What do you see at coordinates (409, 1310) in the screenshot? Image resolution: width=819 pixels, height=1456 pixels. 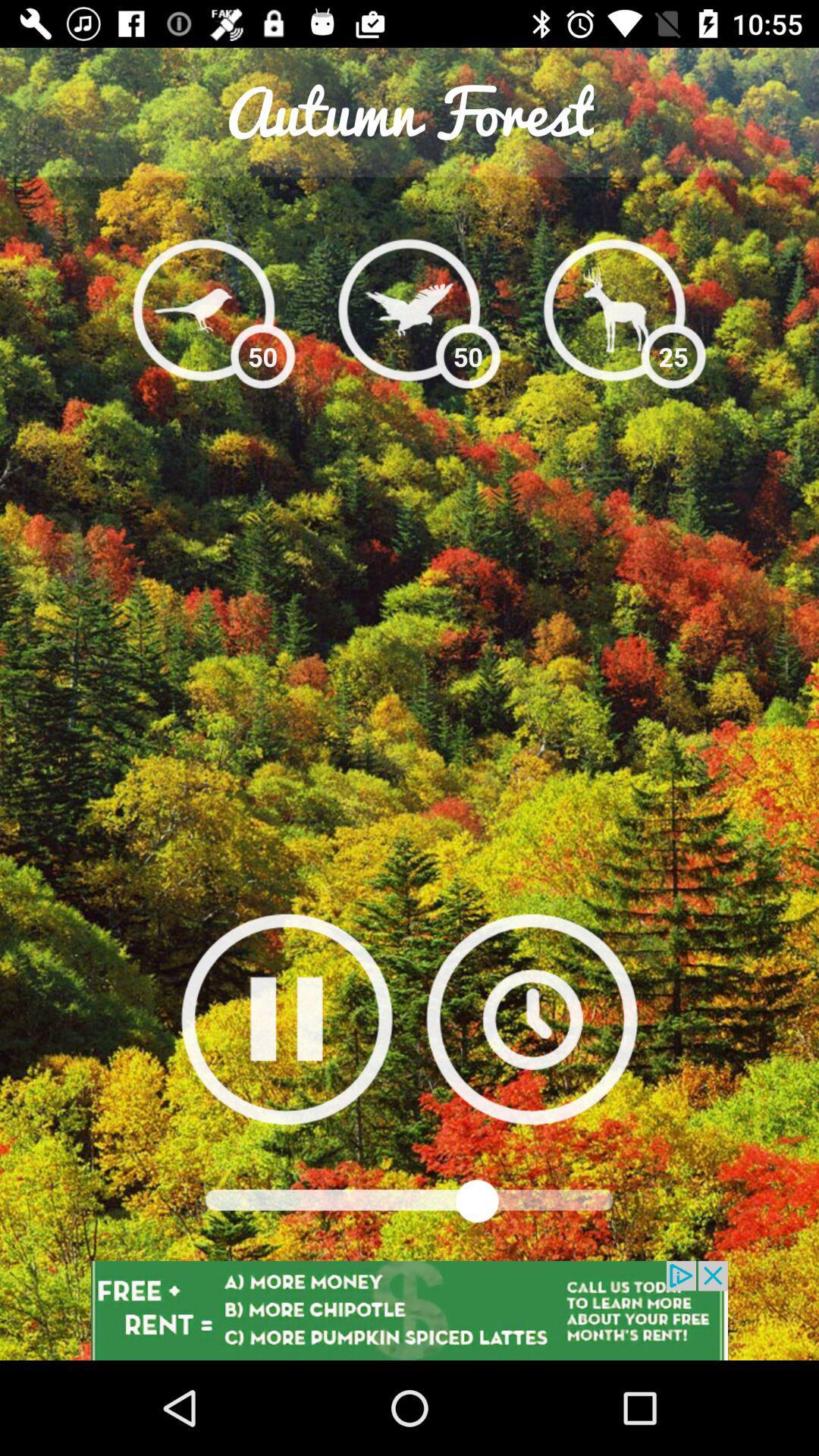 I see `advertisement` at bounding box center [409, 1310].